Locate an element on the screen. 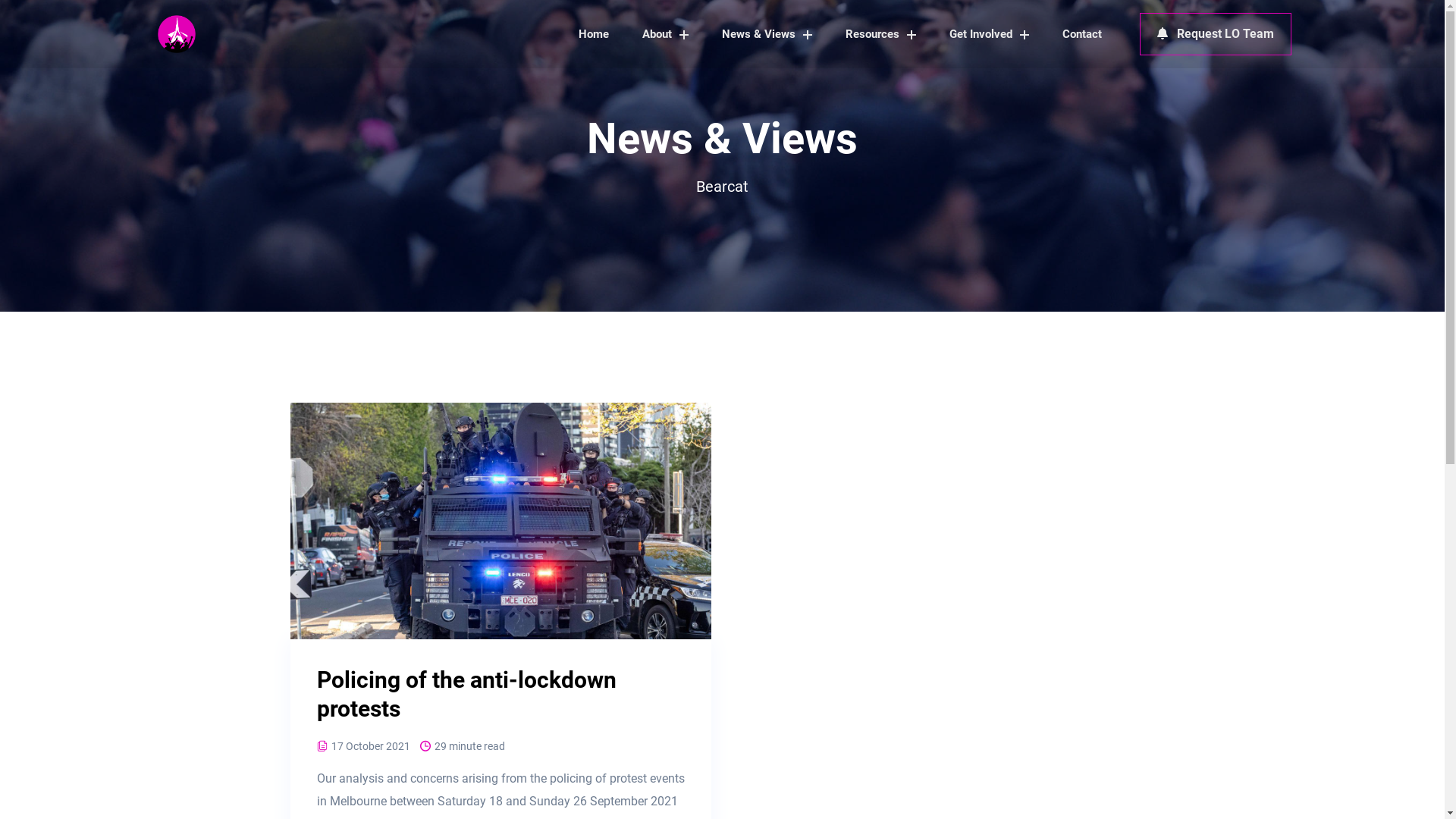  '   Request LO Team' is located at coordinates (1139, 34).